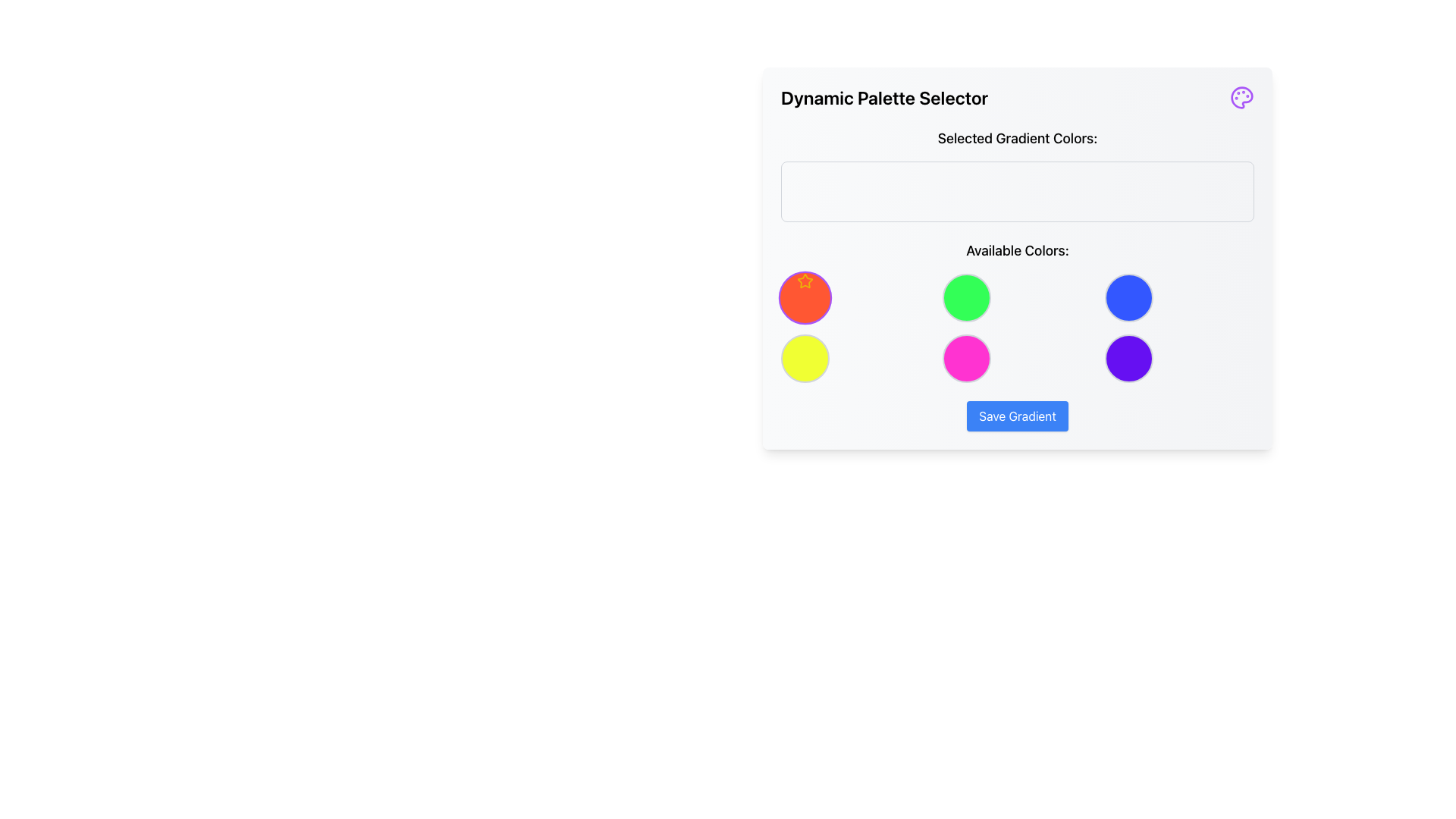 Image resolution: width=1456 pixels, height=819 pixels. Describe the element at coordinates (804, 281) in the screenshot. I see `the star-shaped icon located at the top section of the first circular button in the 'Available Colors' section, which has a purple border and an orange background` at that location.